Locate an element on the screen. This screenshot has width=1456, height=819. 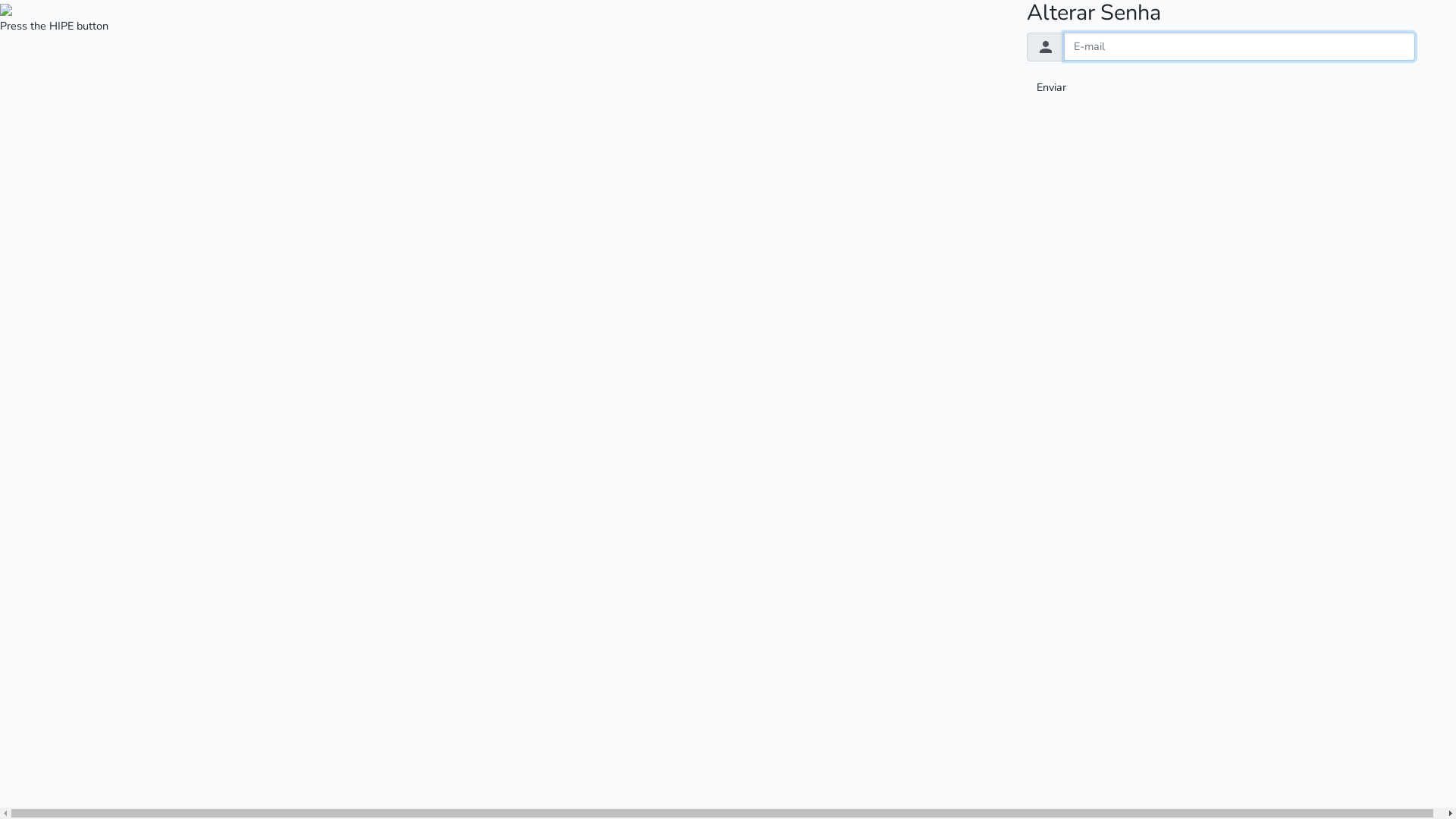
'Enviar' is located at coordinates (1050, 87).